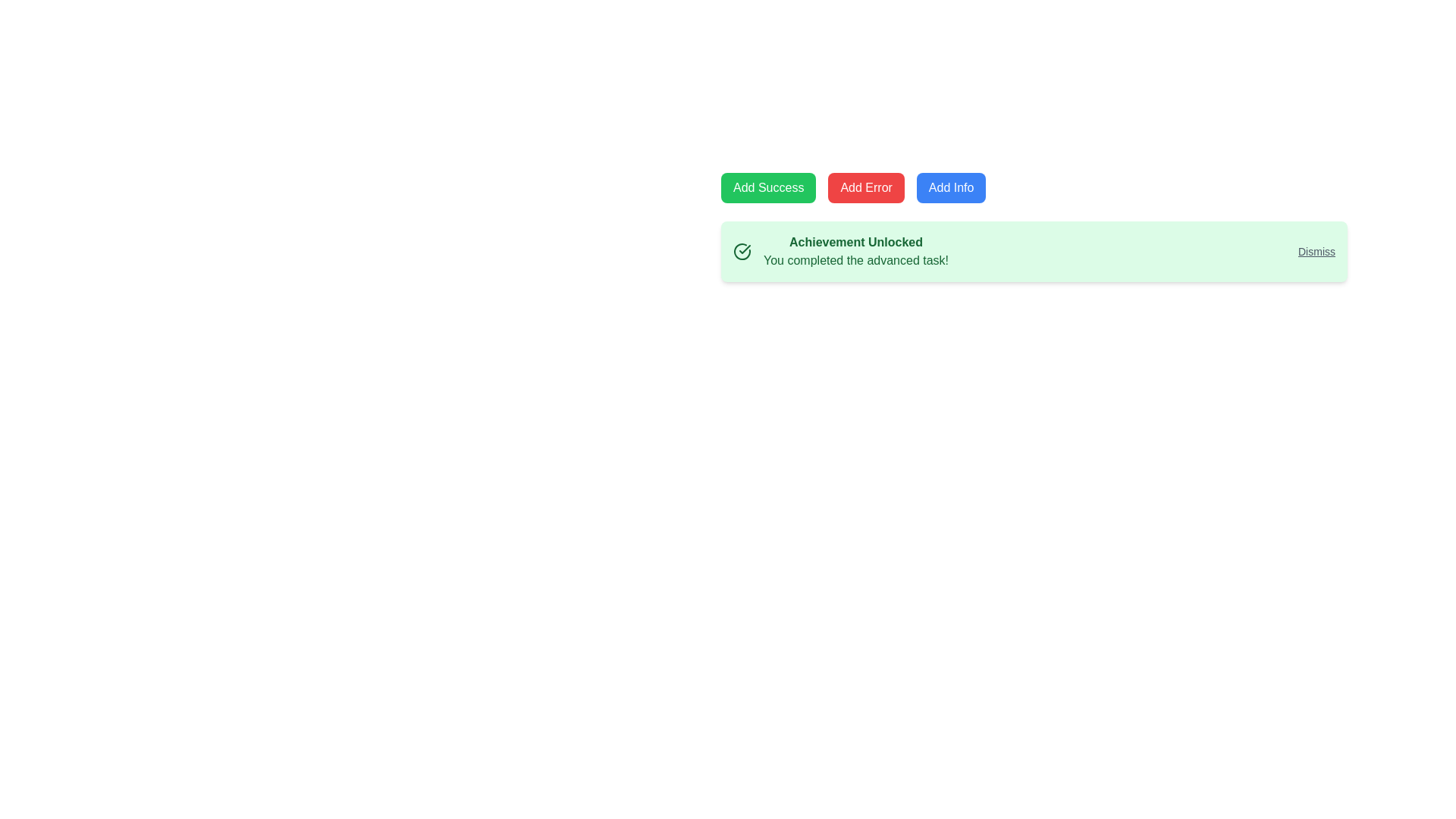 Image resolution: width=1456 pixels, height=819 pixels. Describe the element at coordinates (866, 187) in the screenshot. I see `the red 'Add Error' button with white text` at that location.